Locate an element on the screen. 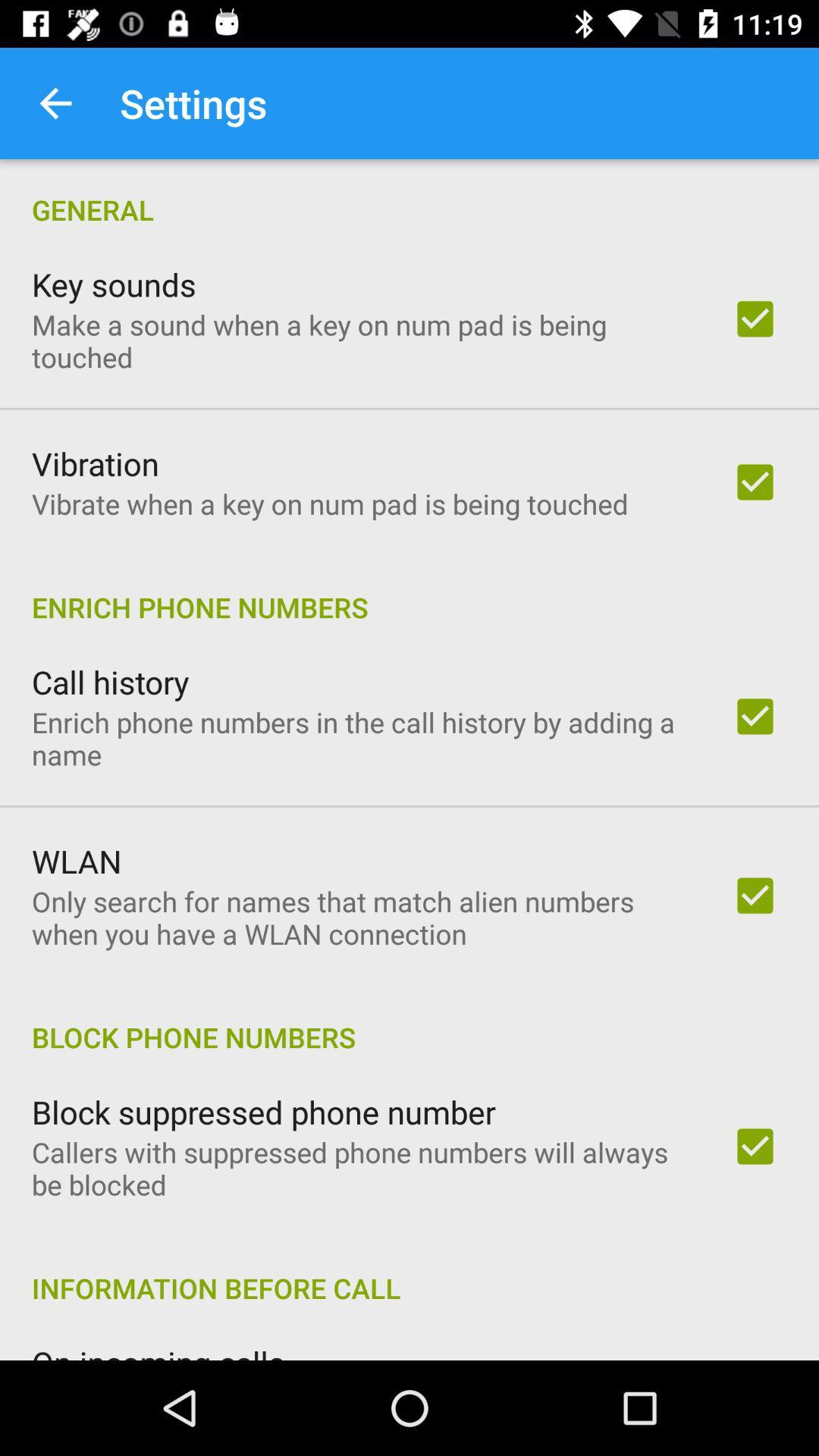 The image size is (819, 1456). item above key sounds item is located at coordinates (409, 193).